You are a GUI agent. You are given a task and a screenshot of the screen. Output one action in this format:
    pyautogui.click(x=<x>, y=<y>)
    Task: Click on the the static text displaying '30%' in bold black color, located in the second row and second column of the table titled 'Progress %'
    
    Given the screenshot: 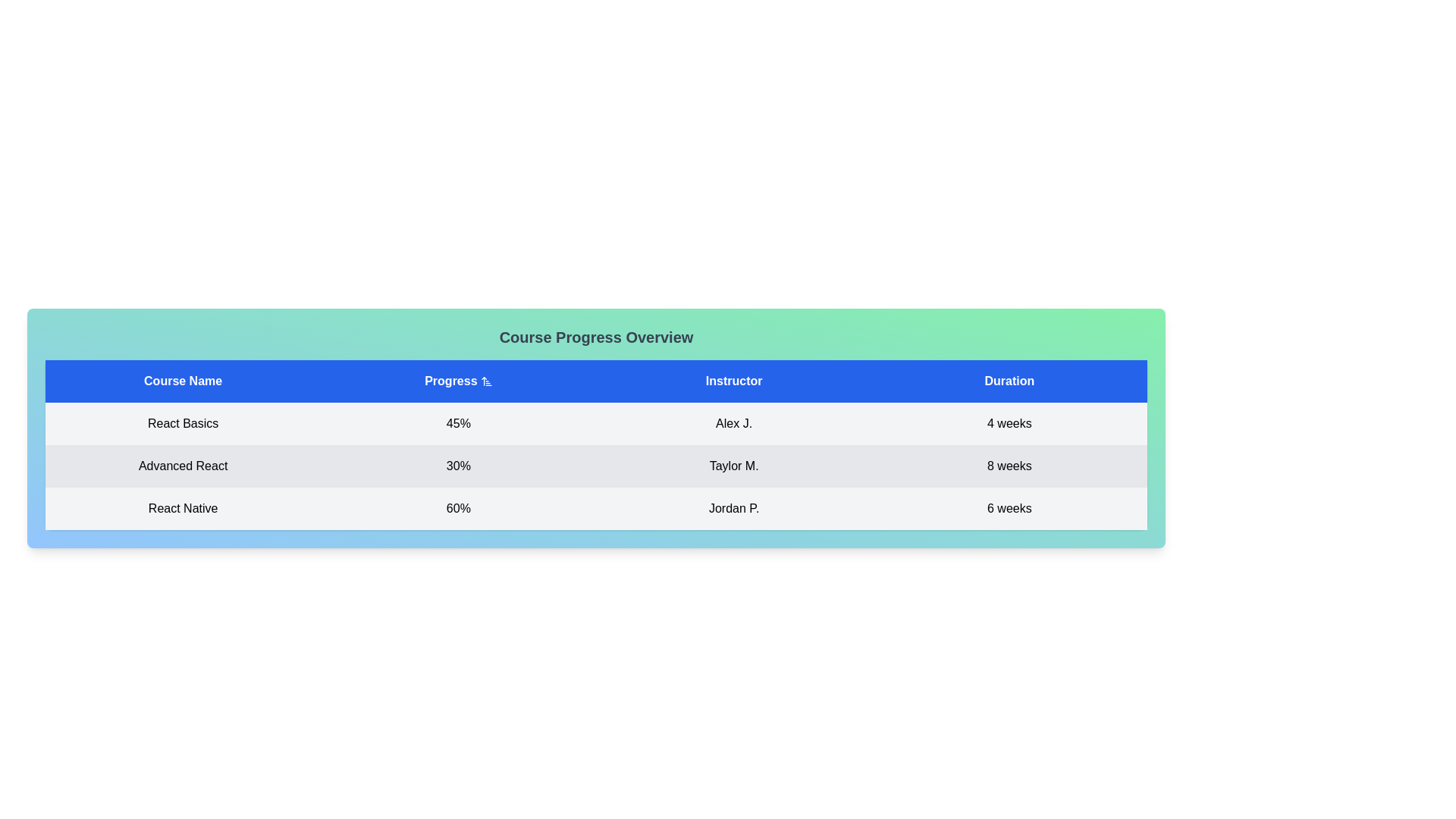 What is the action you would take?
    pyautogui.click(x=457, y=465)
    